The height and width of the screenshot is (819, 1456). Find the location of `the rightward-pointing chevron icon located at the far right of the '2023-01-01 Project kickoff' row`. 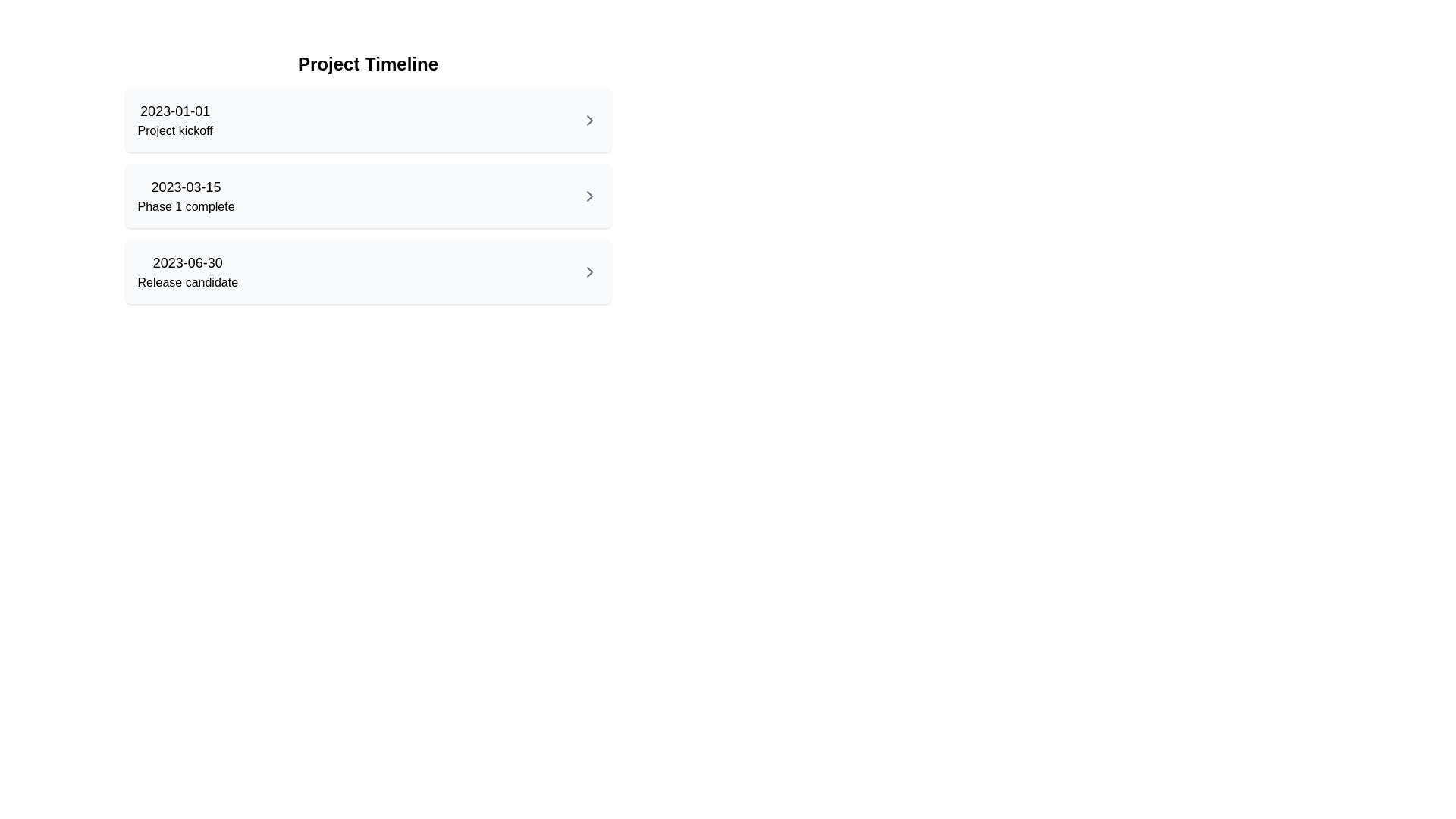

the rightward-pointing chevron icon located at the far right of the '2023-01-01 Project kickoff' row is located at coordinates (588, 119).